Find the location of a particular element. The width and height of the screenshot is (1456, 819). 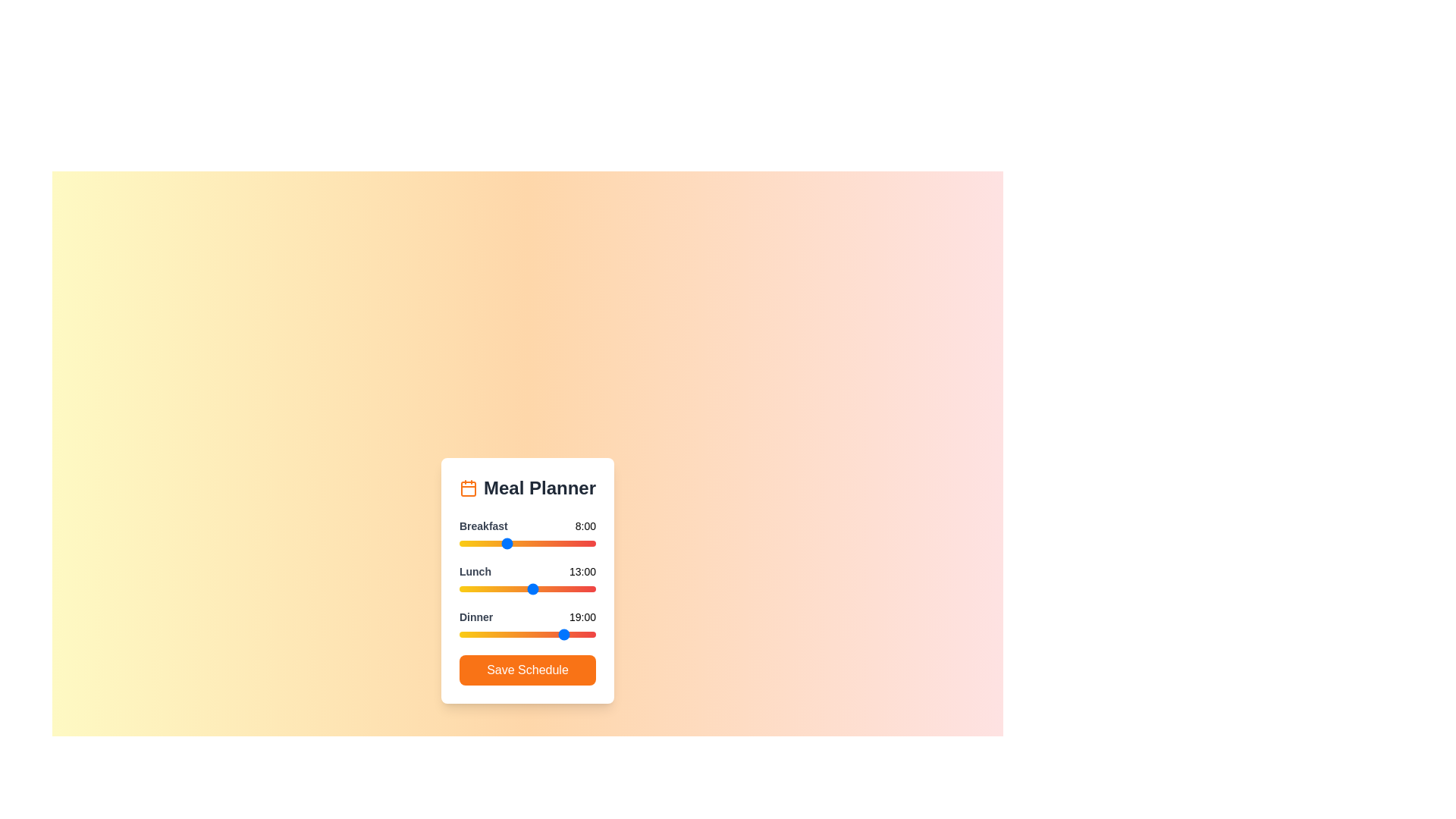

the 1 slider to 12 is located at coordinates (528, 588).